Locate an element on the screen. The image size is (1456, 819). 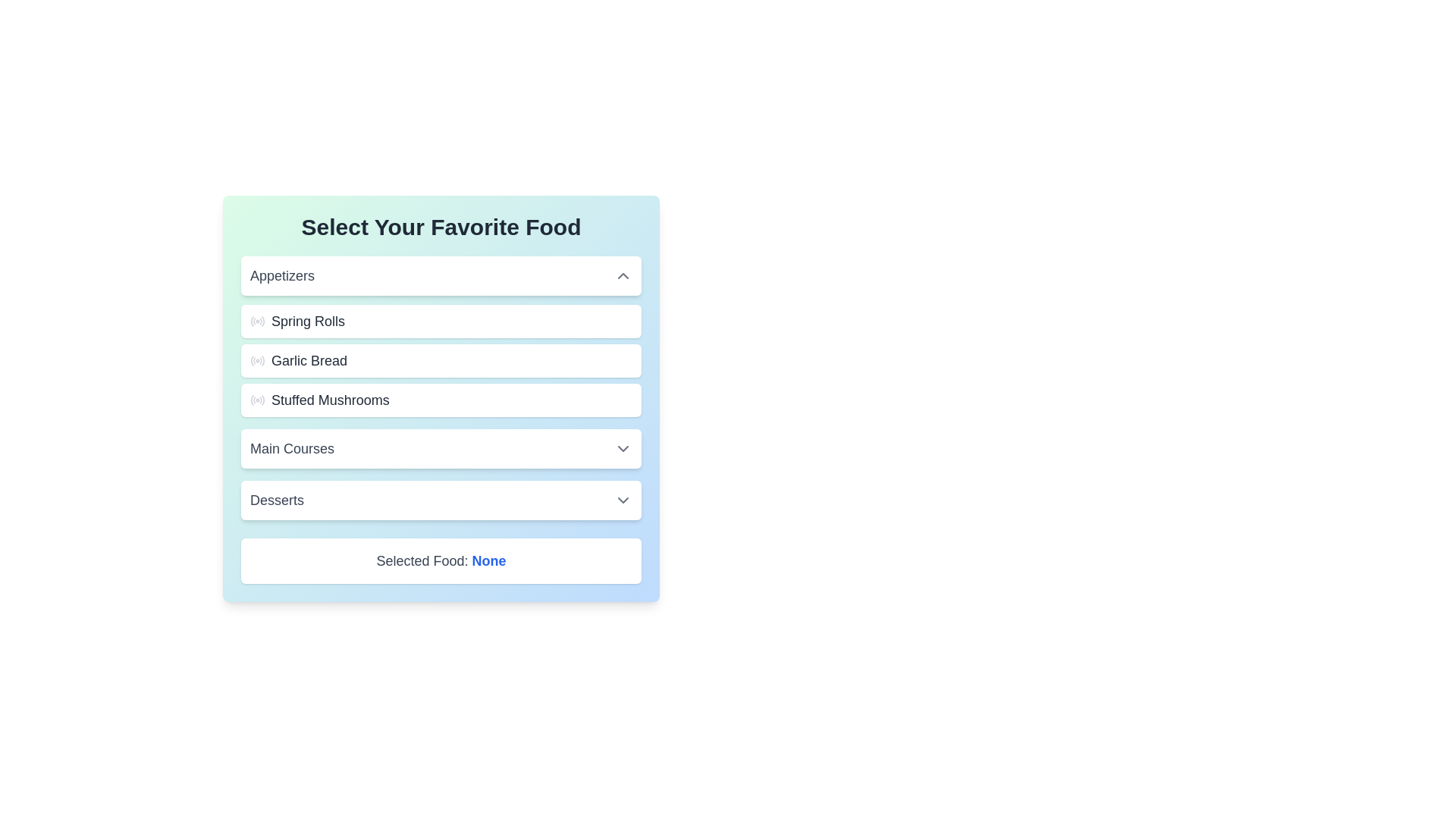
the chevron icon located to the far right of the 'Desserts' section is located at coordinates (623, 500).